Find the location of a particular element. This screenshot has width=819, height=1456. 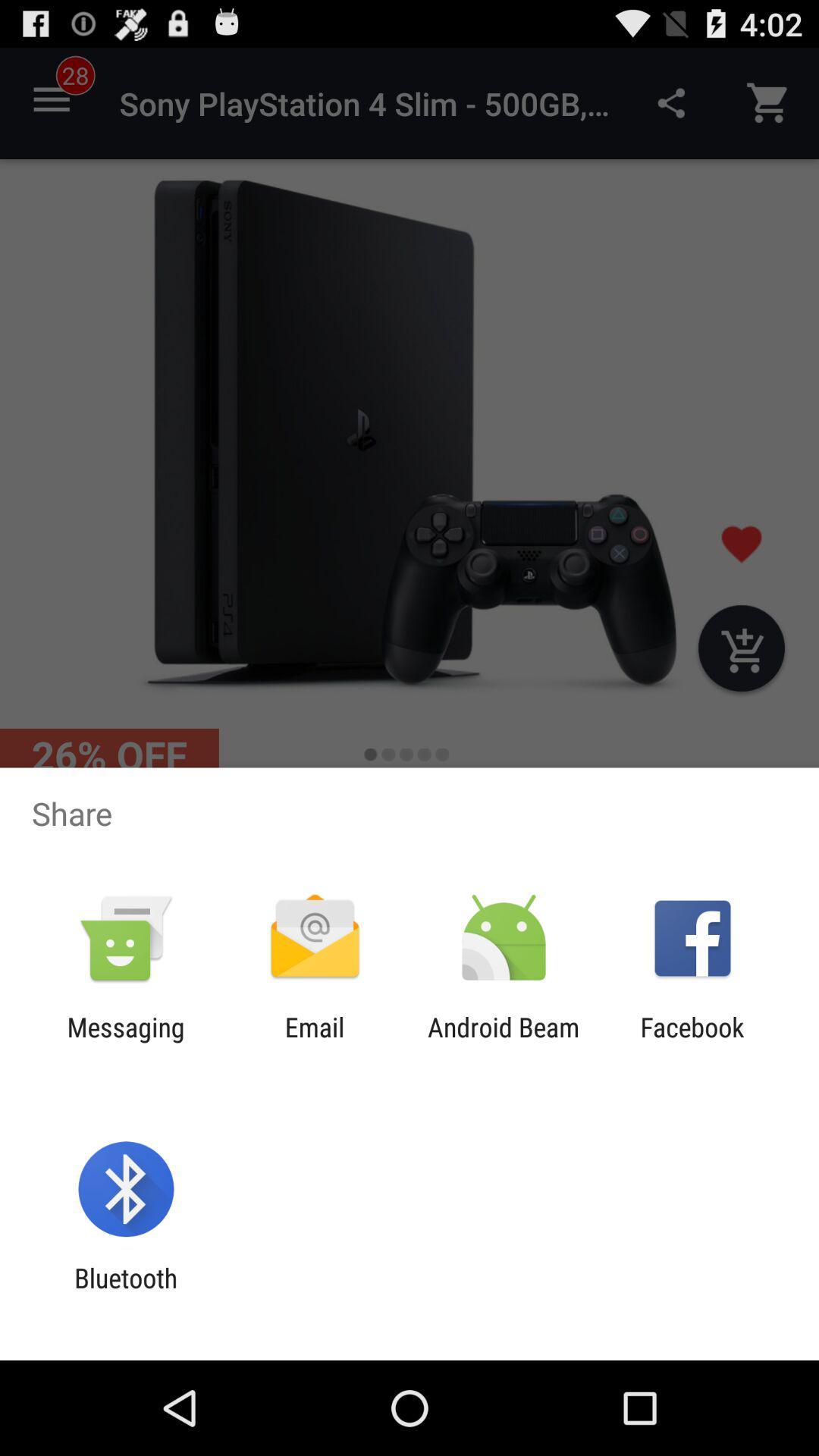

icon next to the android beam is located at coordinates (692, 1042).